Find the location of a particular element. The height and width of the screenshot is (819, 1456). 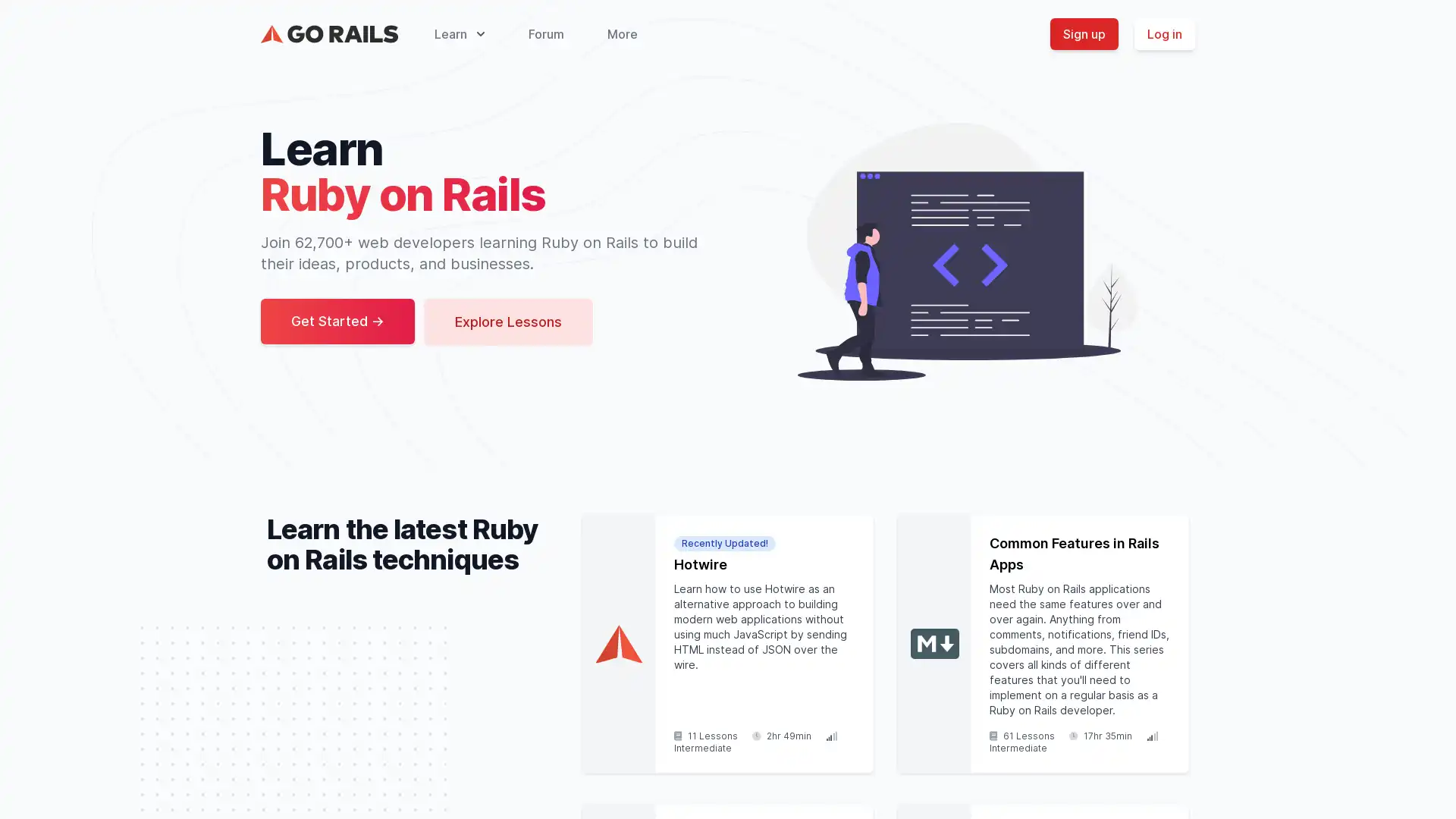

Learn is located at coordinates (460, 34).